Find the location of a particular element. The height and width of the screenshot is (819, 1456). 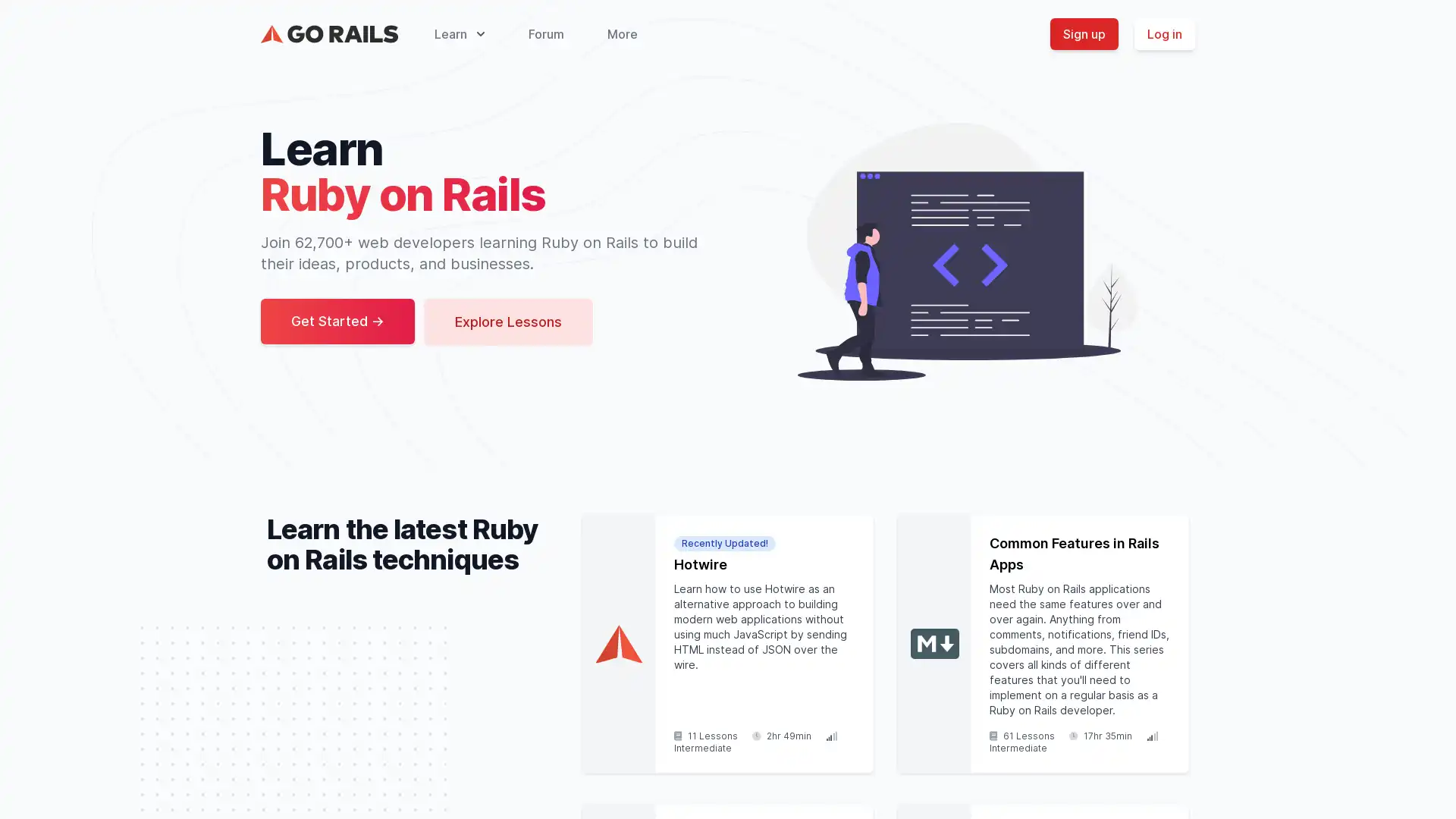

Learn is located at coordinates (460, 34).